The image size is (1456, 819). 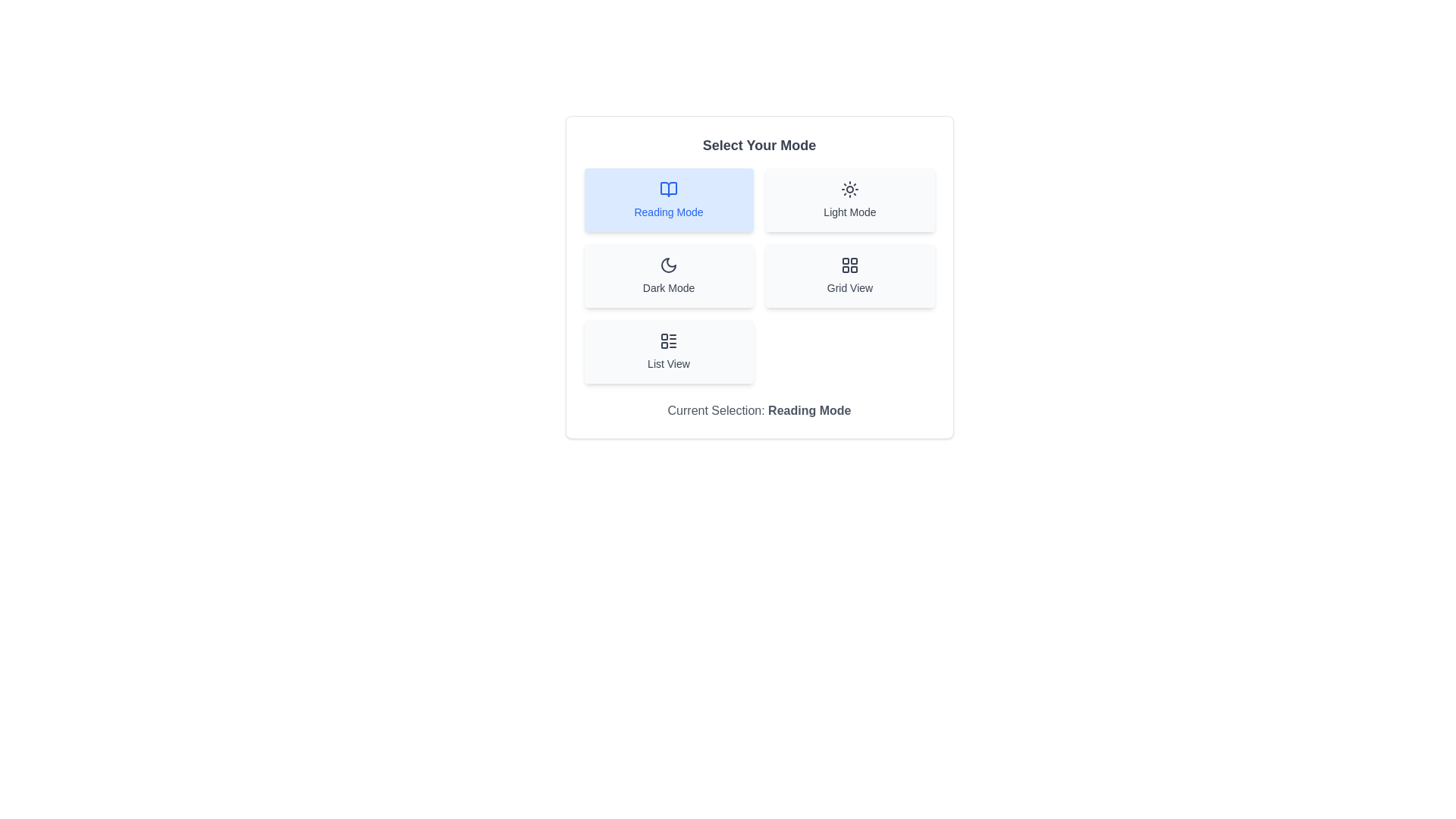 What do you see at coordinates (668, 199) in the screenshot?
I see `the button corresponding to the mode Reading Mode to change the current mode` at bounding box center [668, 199].